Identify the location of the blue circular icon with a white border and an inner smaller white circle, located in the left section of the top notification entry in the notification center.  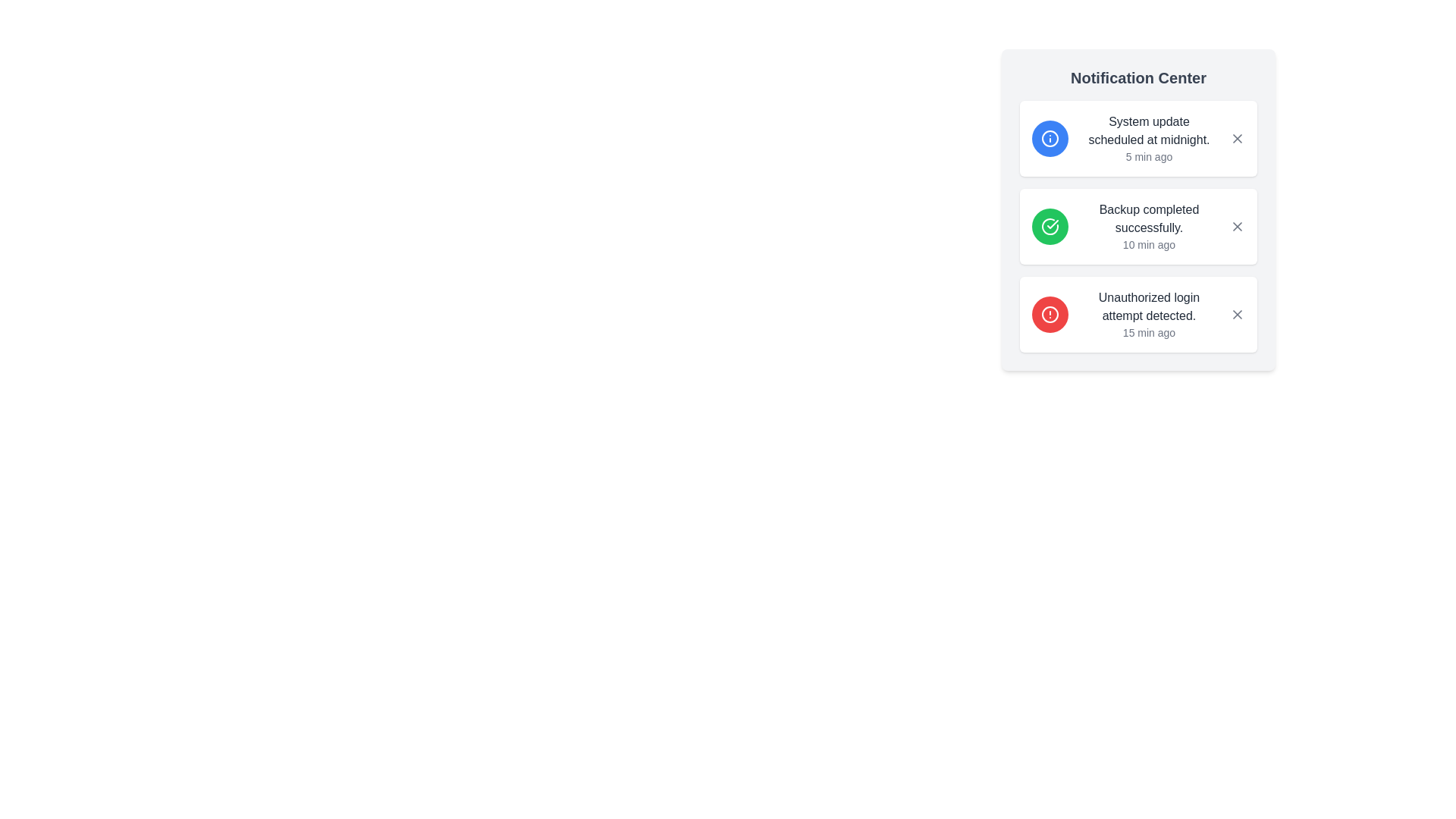
(1050, 138).